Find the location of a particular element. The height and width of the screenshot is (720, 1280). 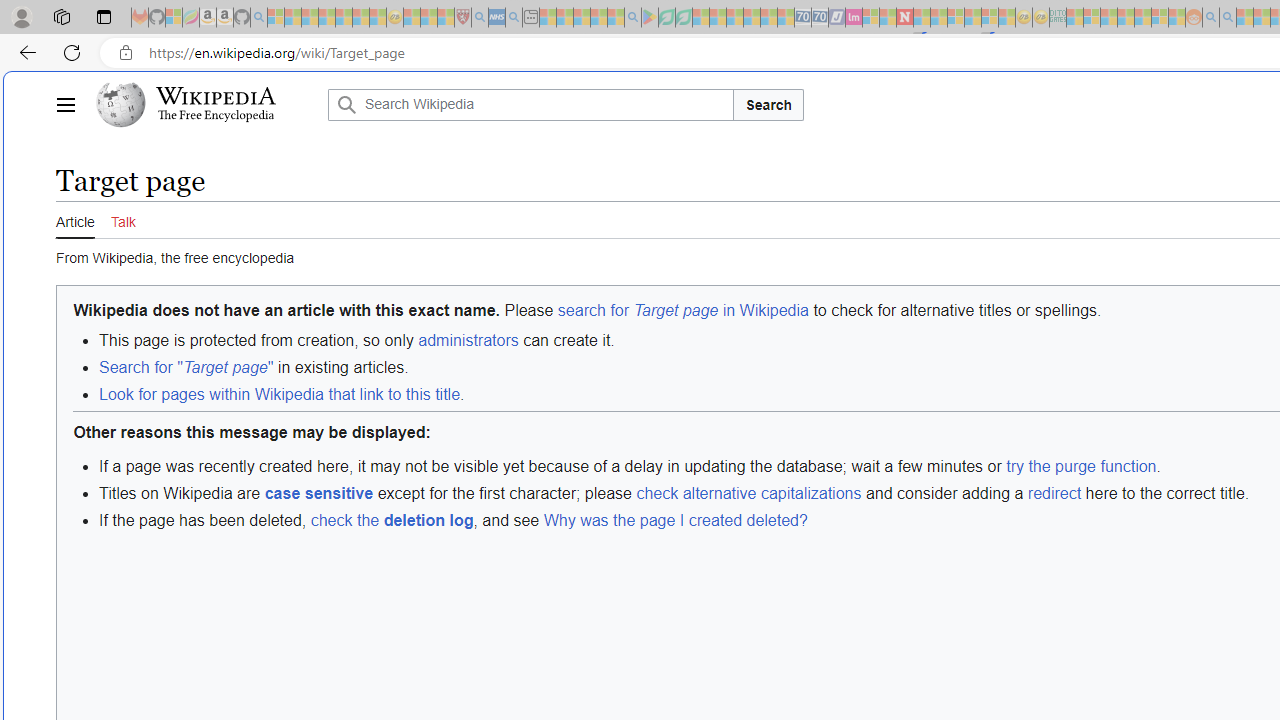

'Look for pages within Wikipedia that link to this title' is located at coordinates (278, 394).